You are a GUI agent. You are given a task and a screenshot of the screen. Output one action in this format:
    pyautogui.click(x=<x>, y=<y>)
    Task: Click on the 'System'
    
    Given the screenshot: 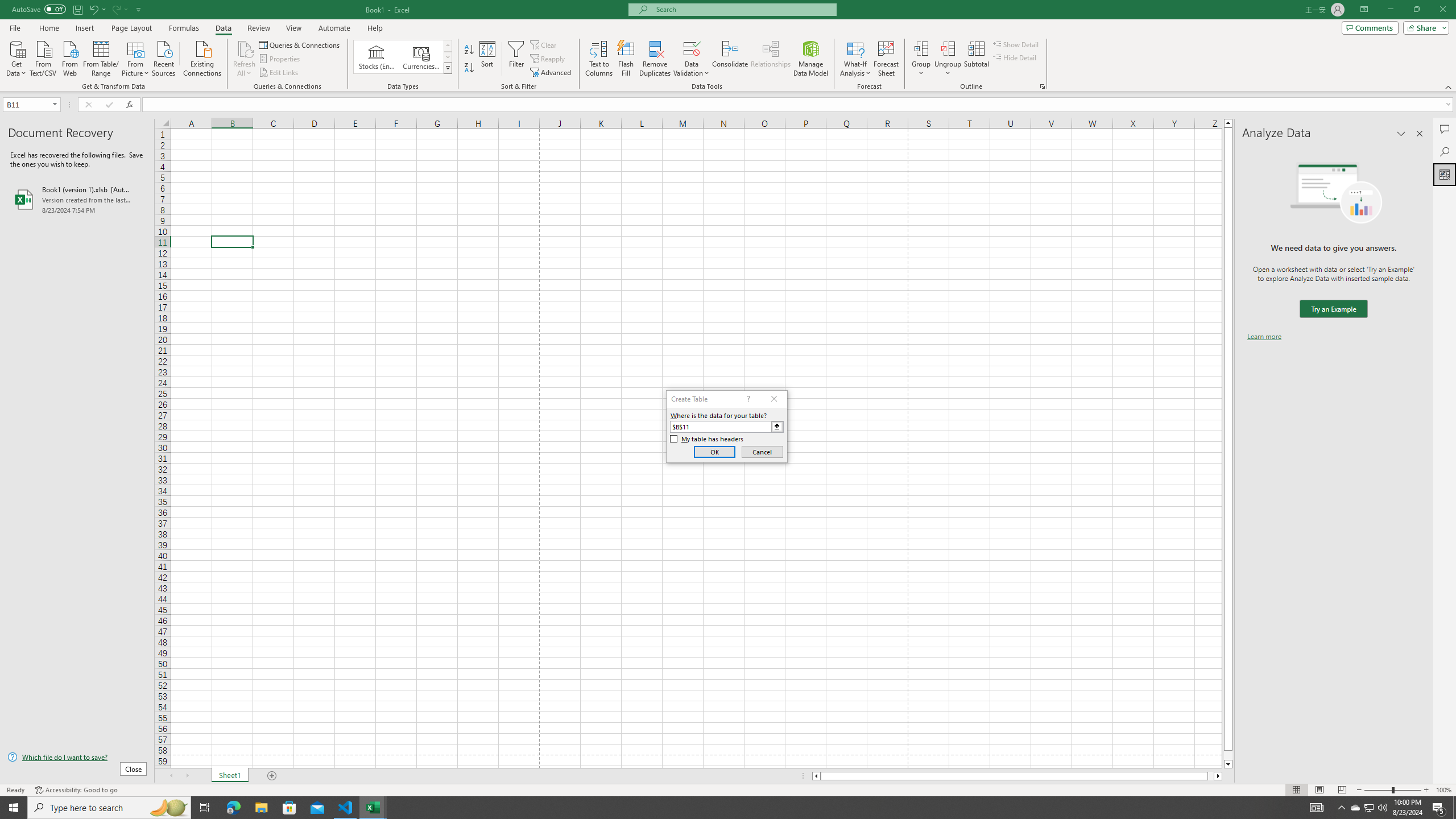 What is the action you would take?
    pyautogui.click(x=6, y=5)
    